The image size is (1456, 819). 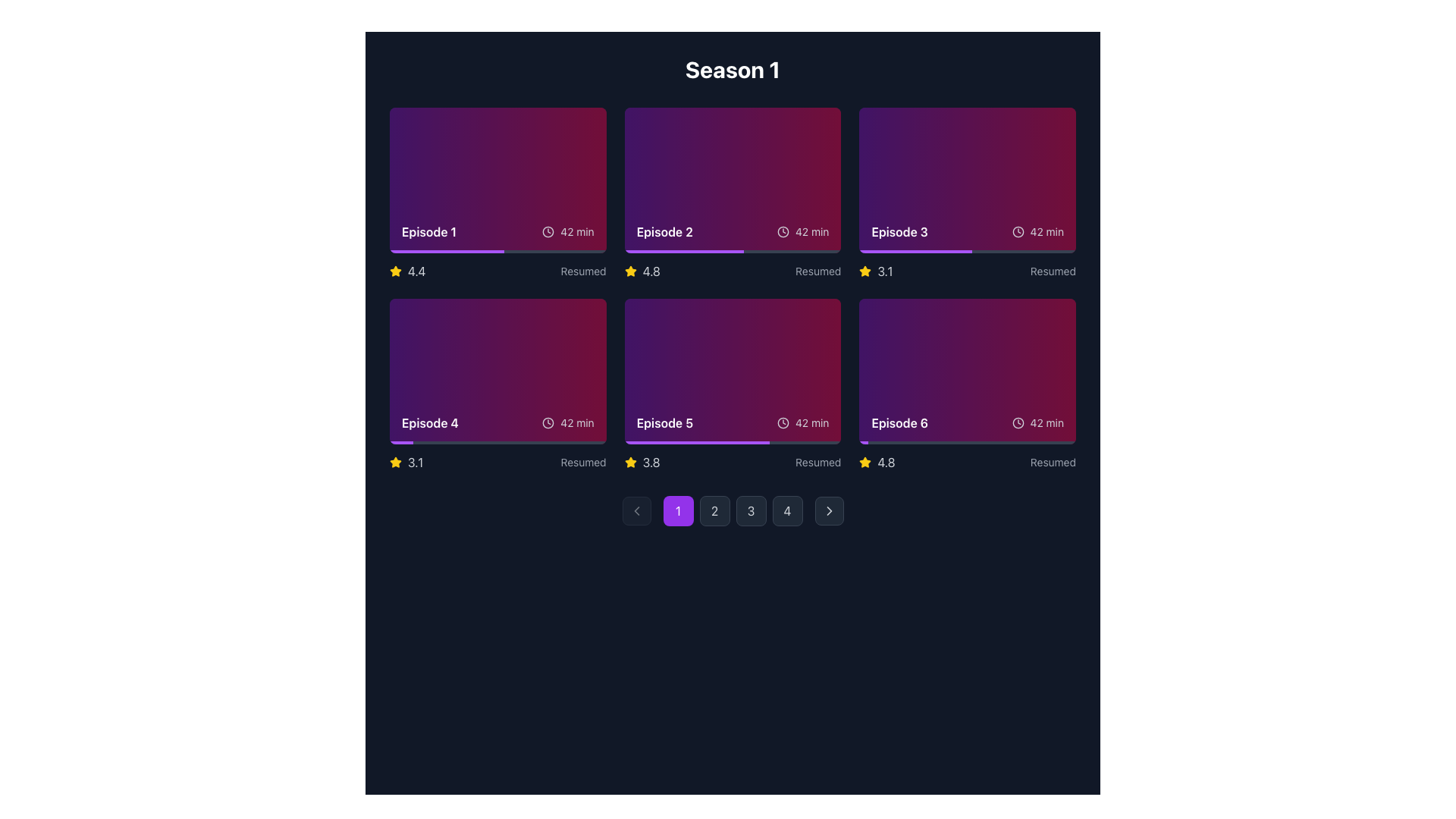 What do you see at coordinates (886, 461) in the screenshot?
I see `the static text label displaying the rating score of 4.8 for 'Episode 6', located in the bottom-right corner of the grid layout` at bounding box center [886, 461].